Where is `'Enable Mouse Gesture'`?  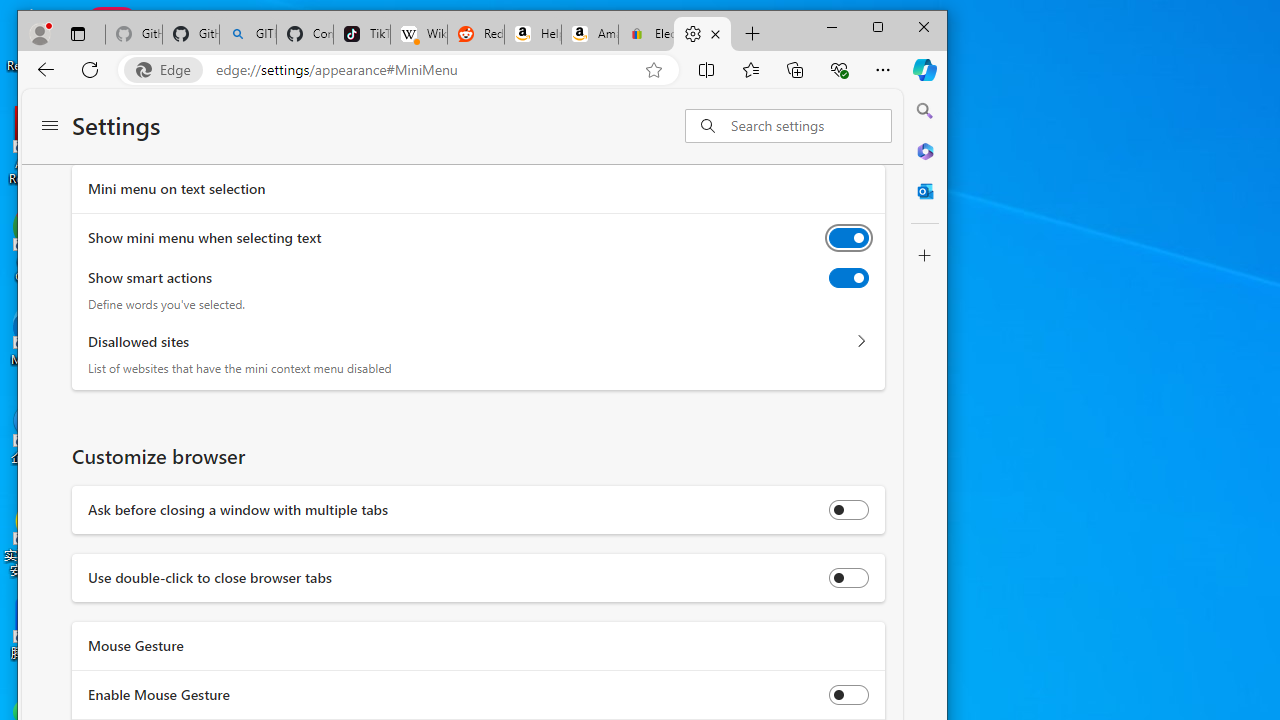
'Enable Mouse Gesture' is located at coordinates (849, 693).